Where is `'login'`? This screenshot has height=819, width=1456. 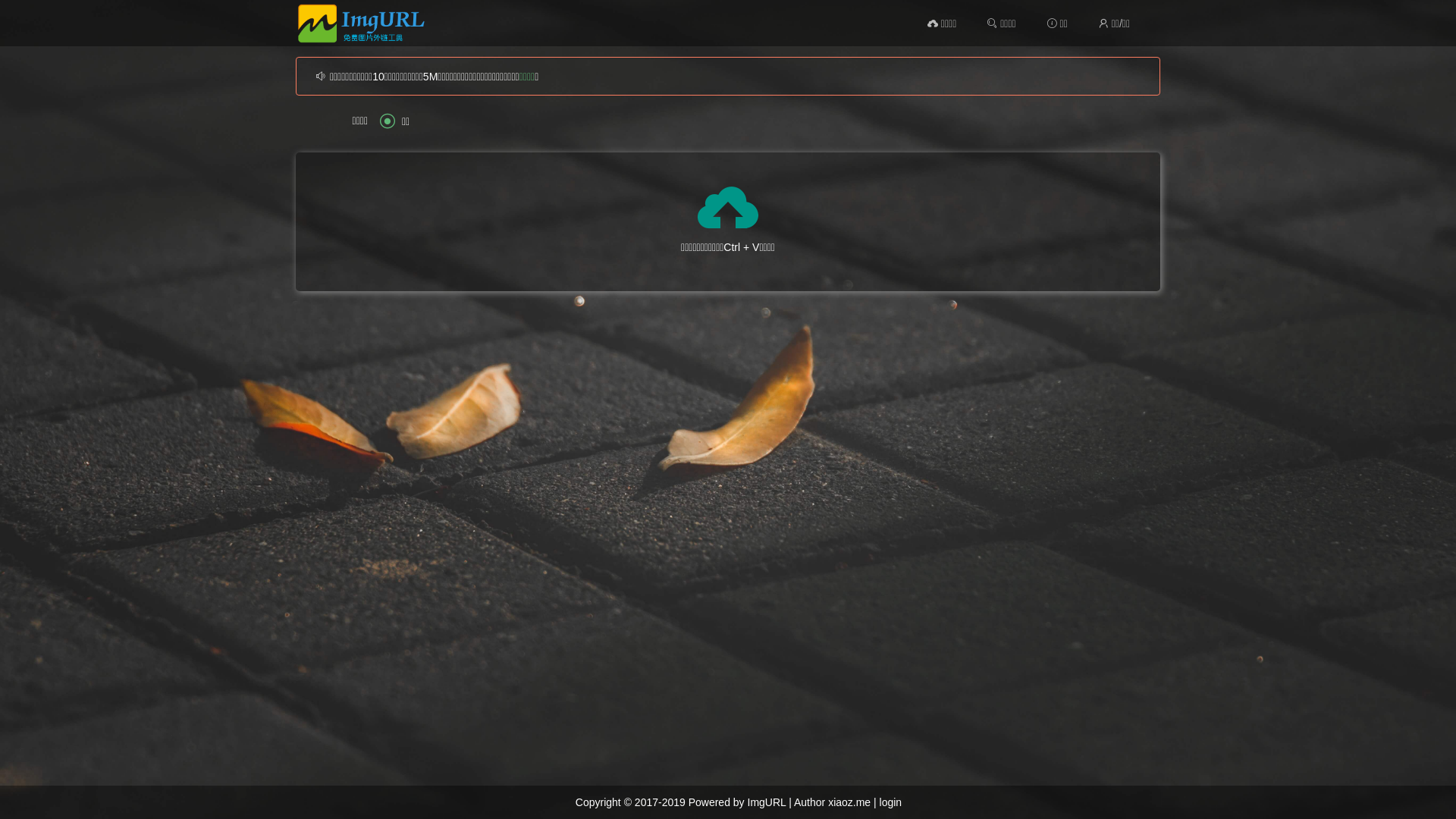
'login' is located at coordinates (880, 801).